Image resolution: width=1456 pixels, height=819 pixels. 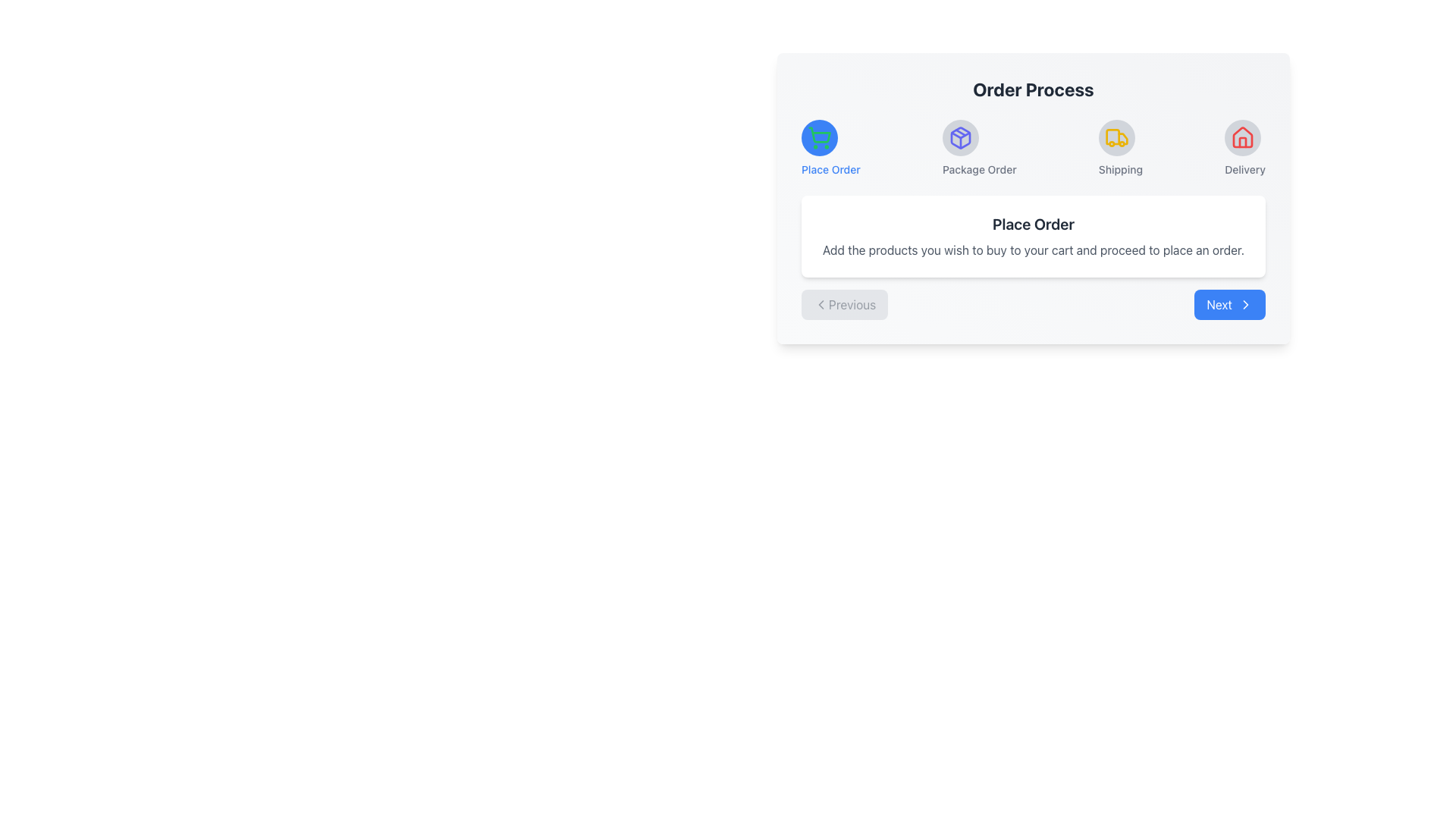 What do you see at coordinates (1033, 89) in the screenshot?
I see `the text label that serves as a header or title for the section, positioned at the top and centrally aligned above the icons labeled 'Place Order', 'Package Order', 'Shipping', and 'Delivery'` at bounding box center [1033, 89].